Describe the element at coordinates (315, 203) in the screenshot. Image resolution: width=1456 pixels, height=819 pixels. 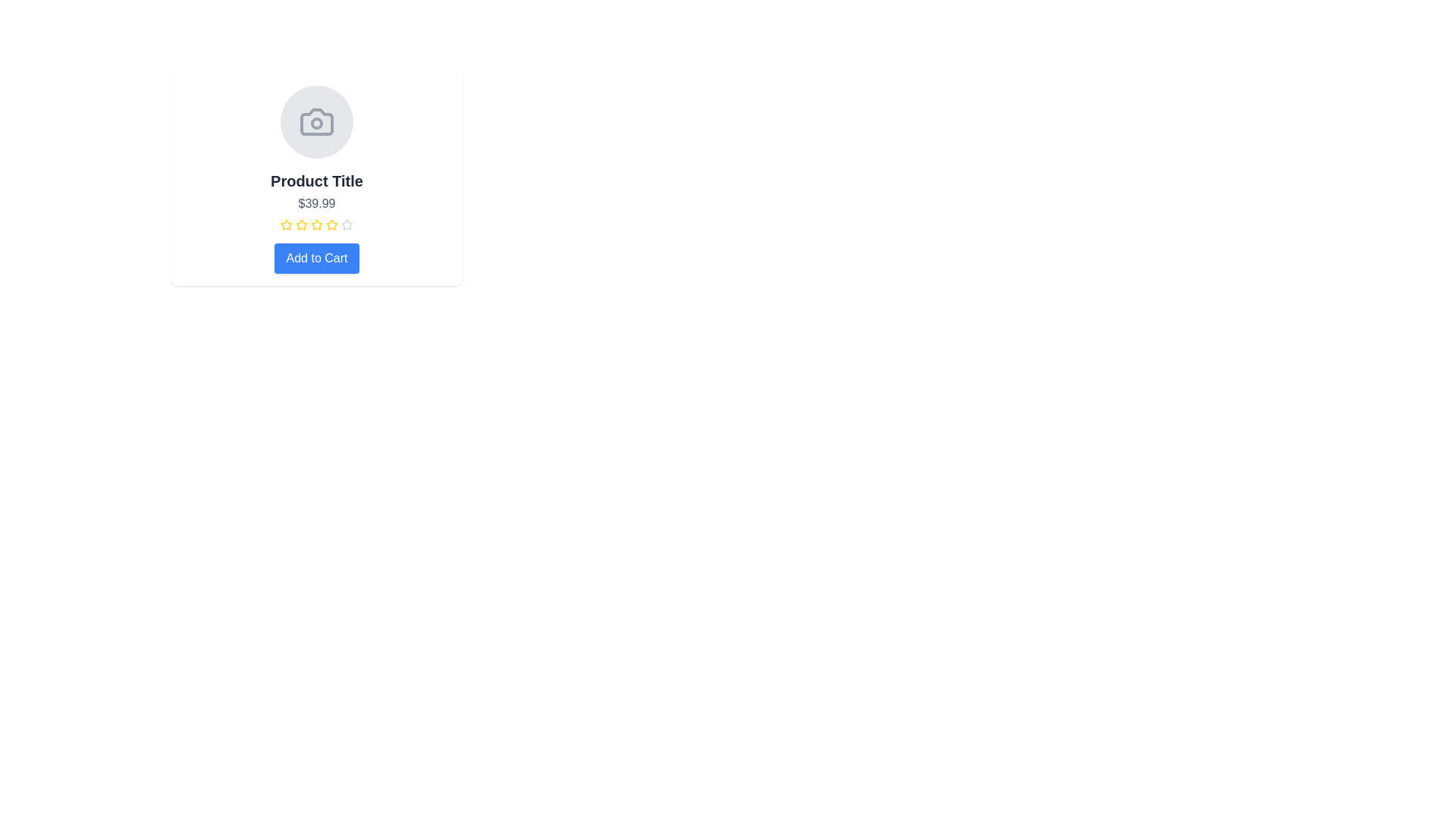
I see `price text displayed in the product details card, located beneath the 'Product Title' and above the star rating elements` at that location.